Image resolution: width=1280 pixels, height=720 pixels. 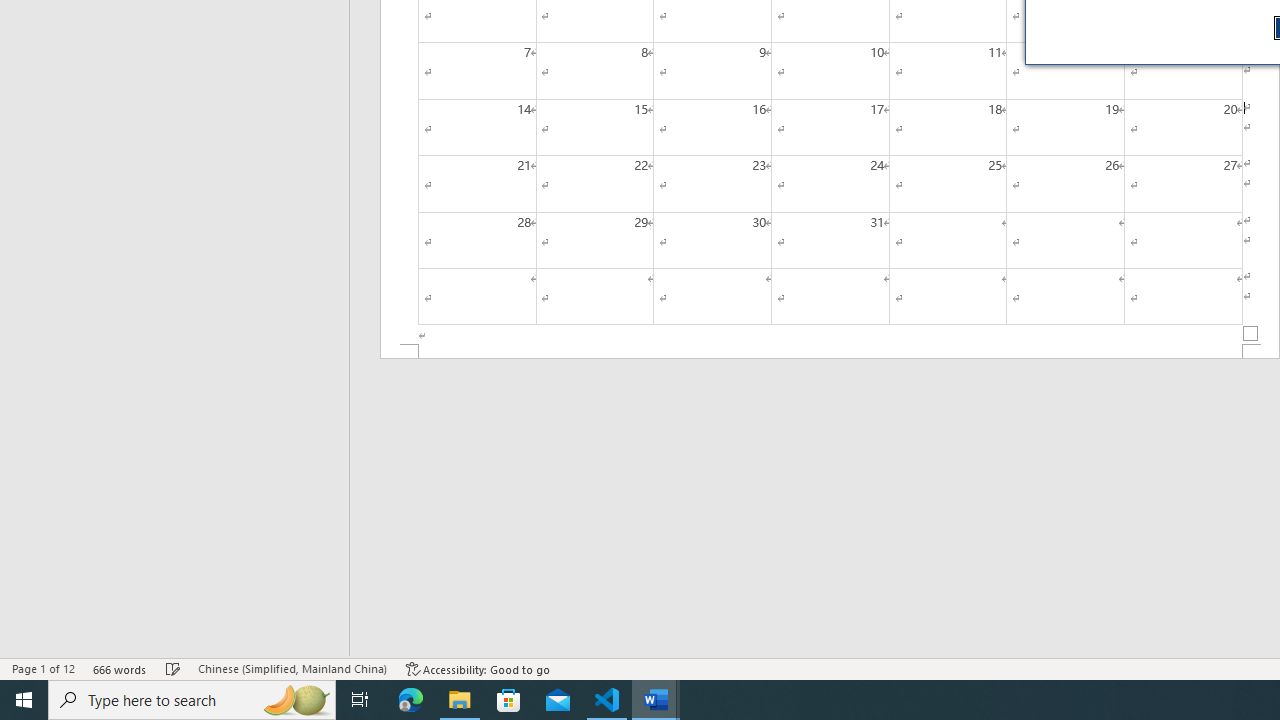 What do you see at coordinates (192, 698) in the screenshot?
I see `'Type here to search'` at bounding box center [192, 698].